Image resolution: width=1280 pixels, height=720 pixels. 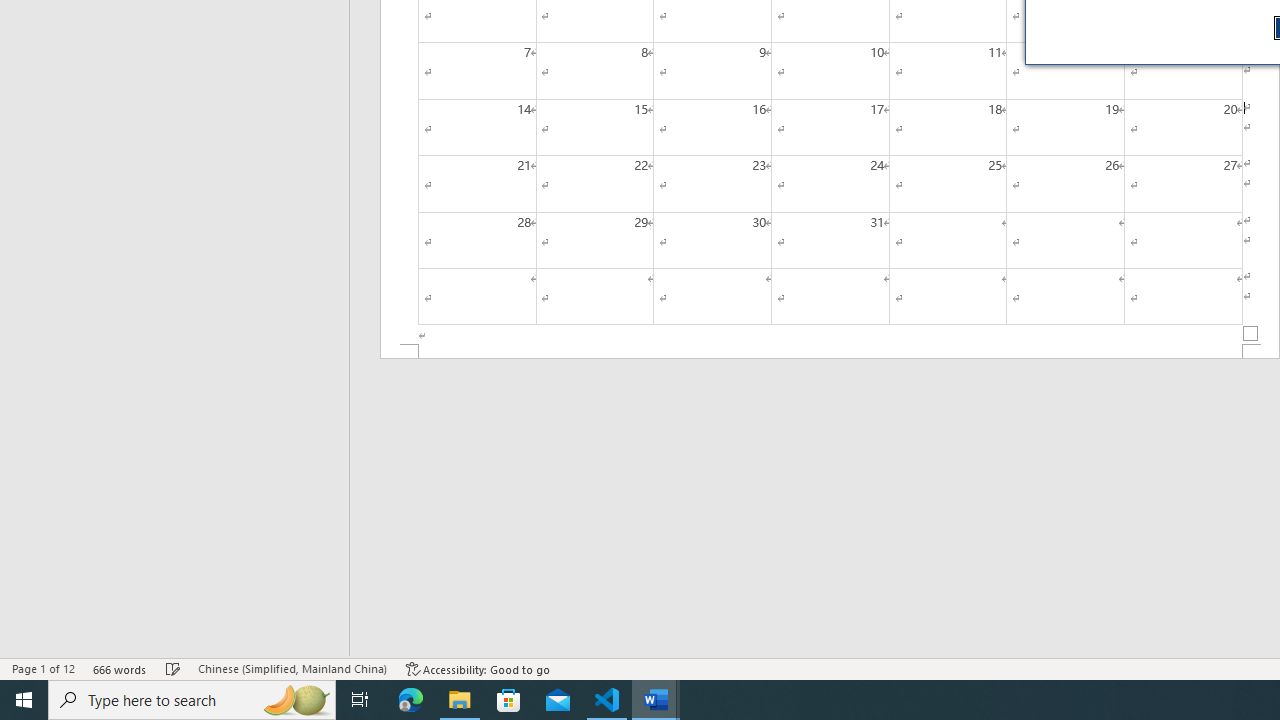 What do you see at coordinates (192, 698) in the screenshot?
I see `'Type here to search'` at bounding box center [192, 698].